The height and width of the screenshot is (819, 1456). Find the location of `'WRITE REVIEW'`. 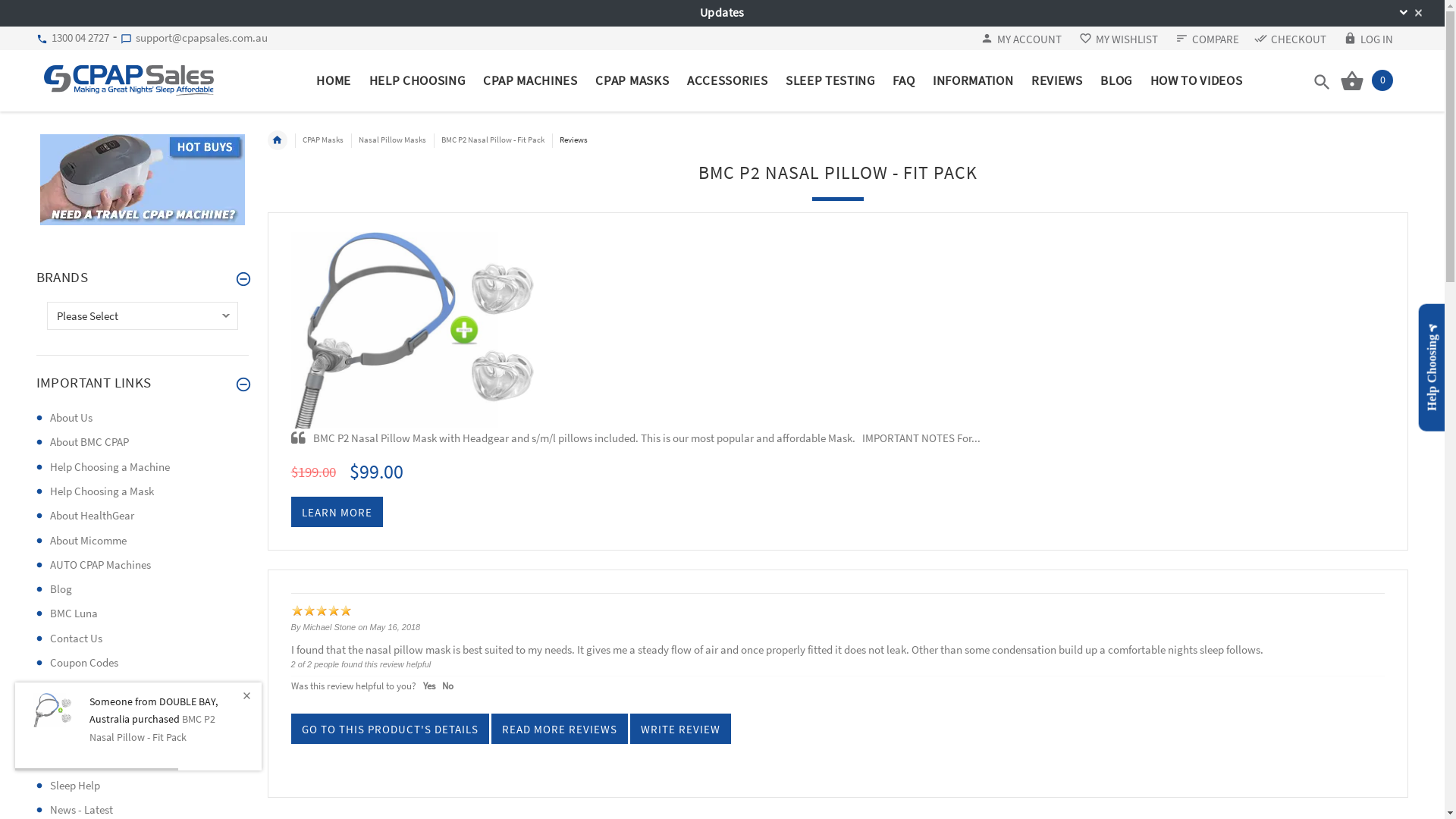

'WRITE REVIEW' is located at coordinates (629, 727).